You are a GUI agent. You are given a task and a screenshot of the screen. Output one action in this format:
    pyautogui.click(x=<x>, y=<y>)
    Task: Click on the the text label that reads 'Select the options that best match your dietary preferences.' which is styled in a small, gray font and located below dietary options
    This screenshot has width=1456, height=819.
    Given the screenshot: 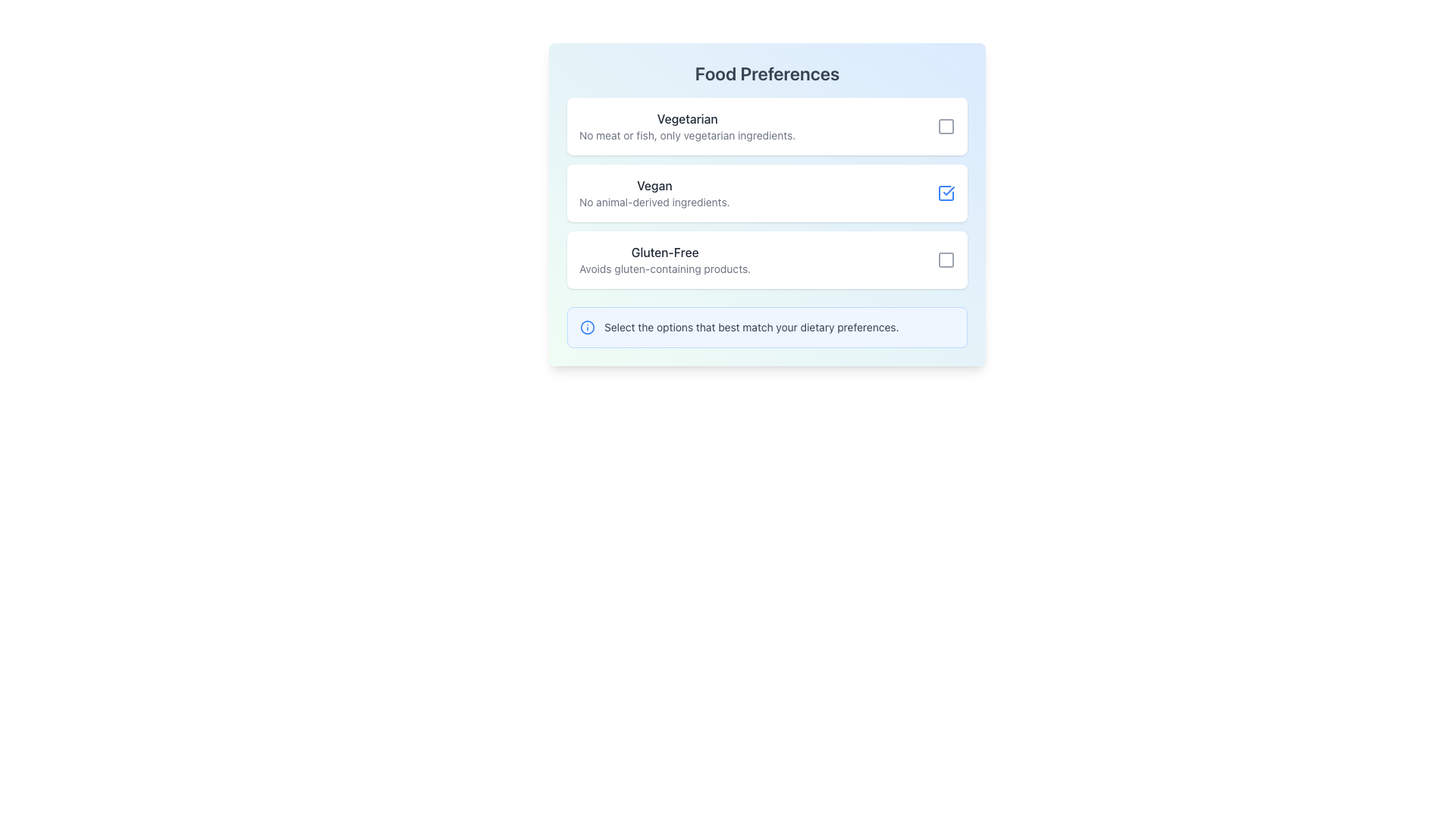 What is the action you would take?
    pyautogui.click(x=752, y=327)
    